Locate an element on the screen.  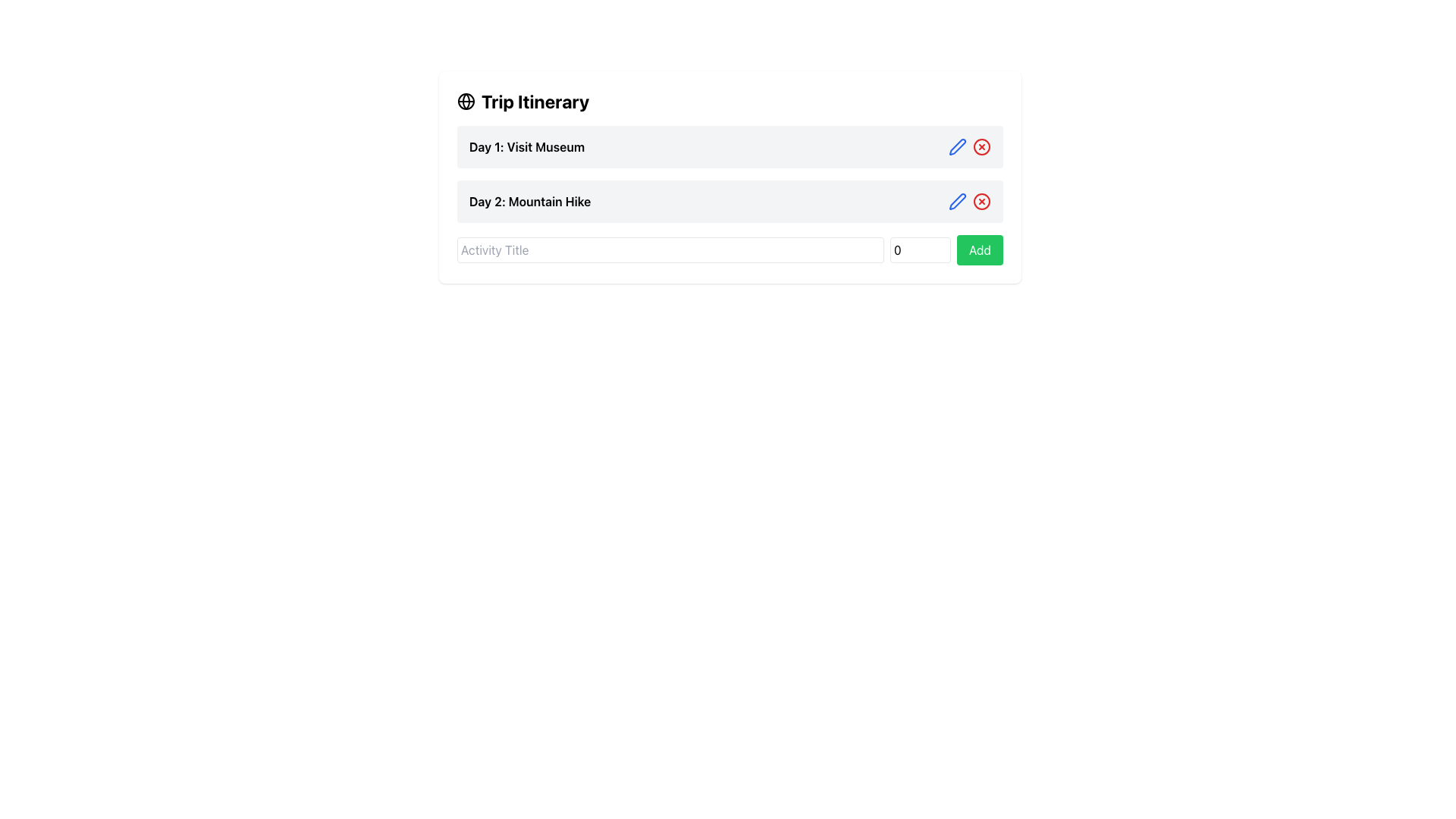
the rightmost button in the itinerary section is located at coordinates (980, 249).